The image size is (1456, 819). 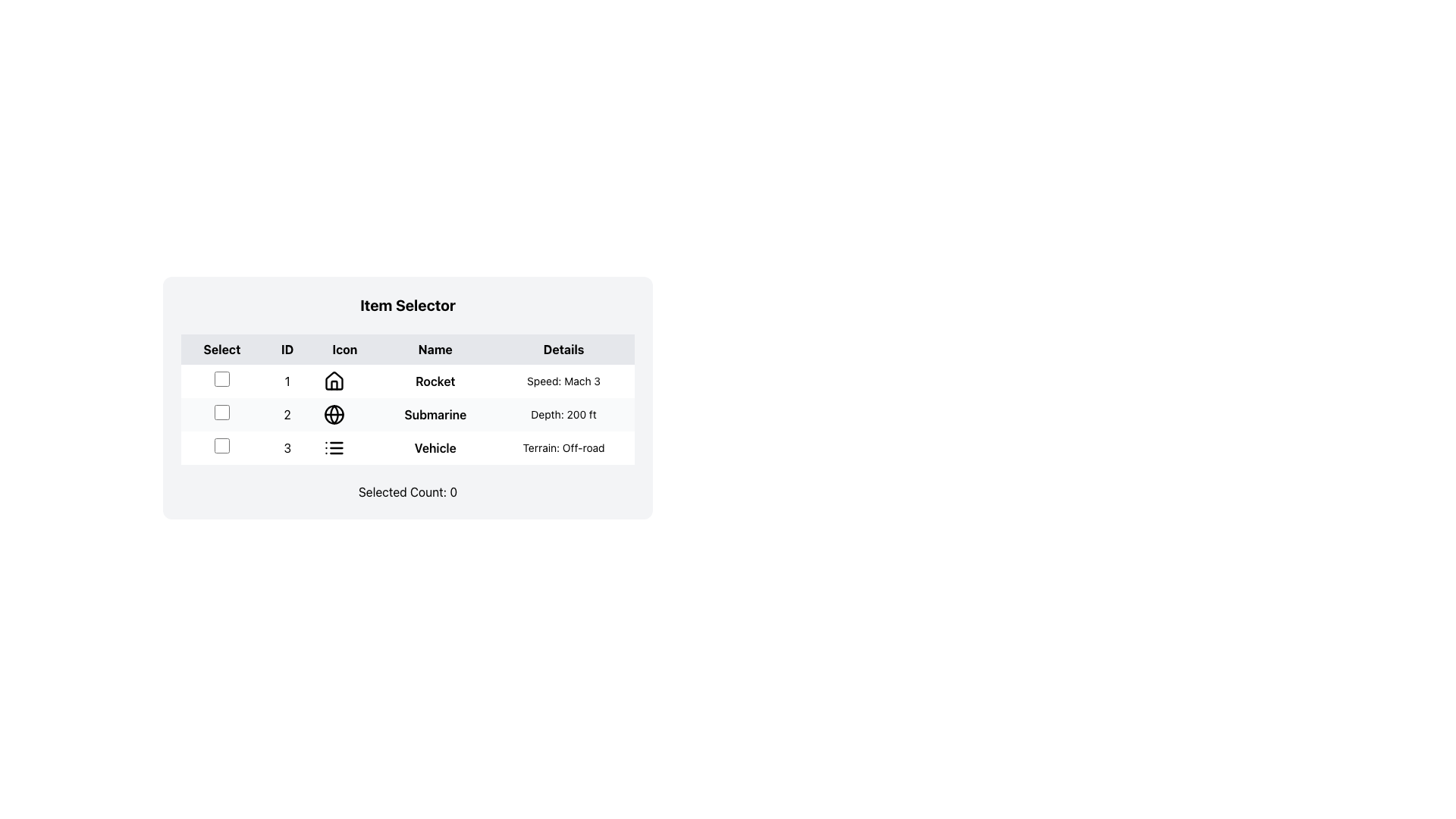 What do you see at coordinates (435, 380) in the screenshot?
I see `the non-interactive text label indicating the name of the item in the third column of the table row labeled '1'` at bounding box center [435, 380].